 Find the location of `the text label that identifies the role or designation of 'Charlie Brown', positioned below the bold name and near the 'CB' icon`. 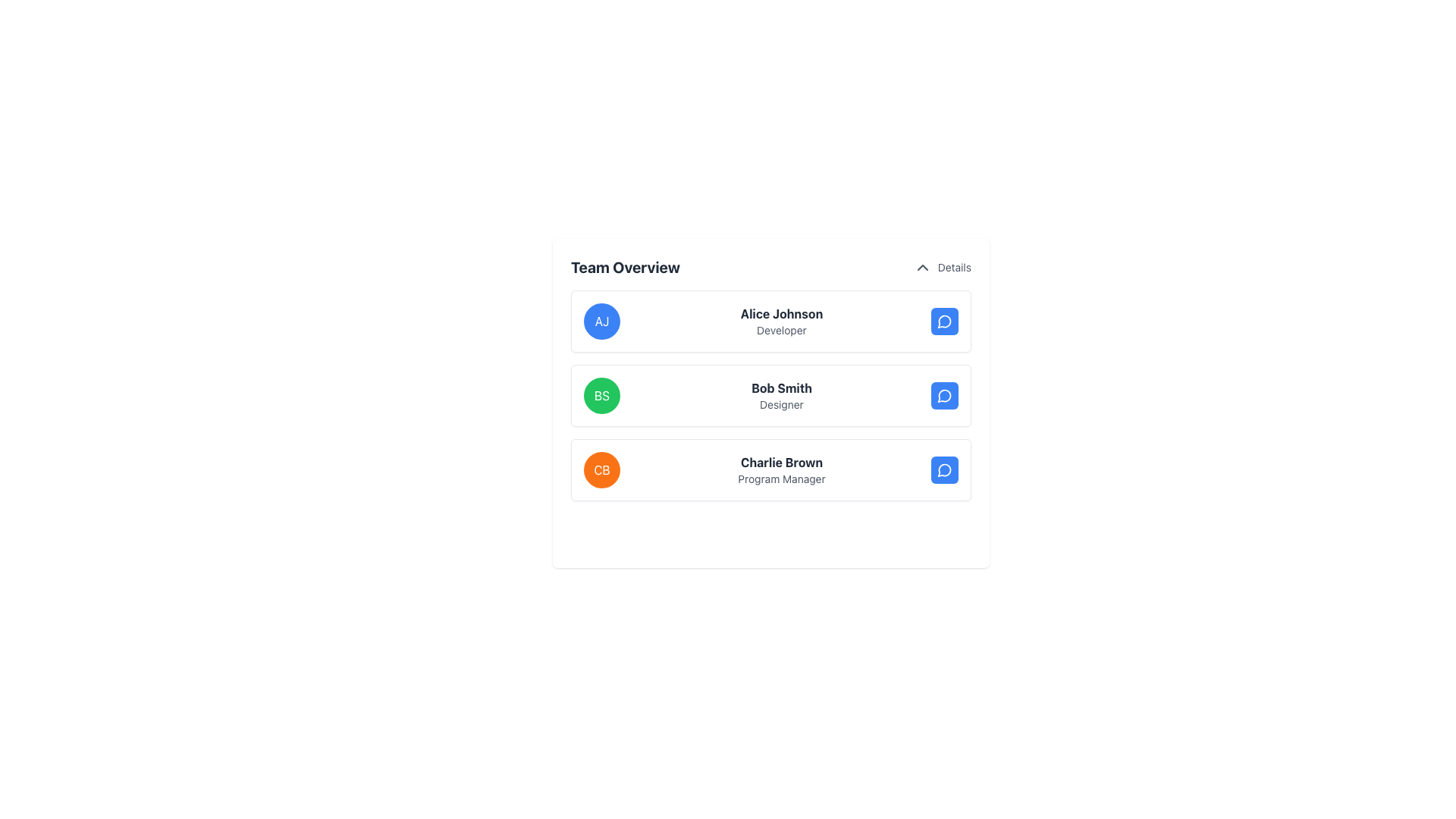

the text label that identifies the role or designation of 'Charlie Brown', positioned below the bold name and near the 'CB' icon is located at coordinates (782, 479).